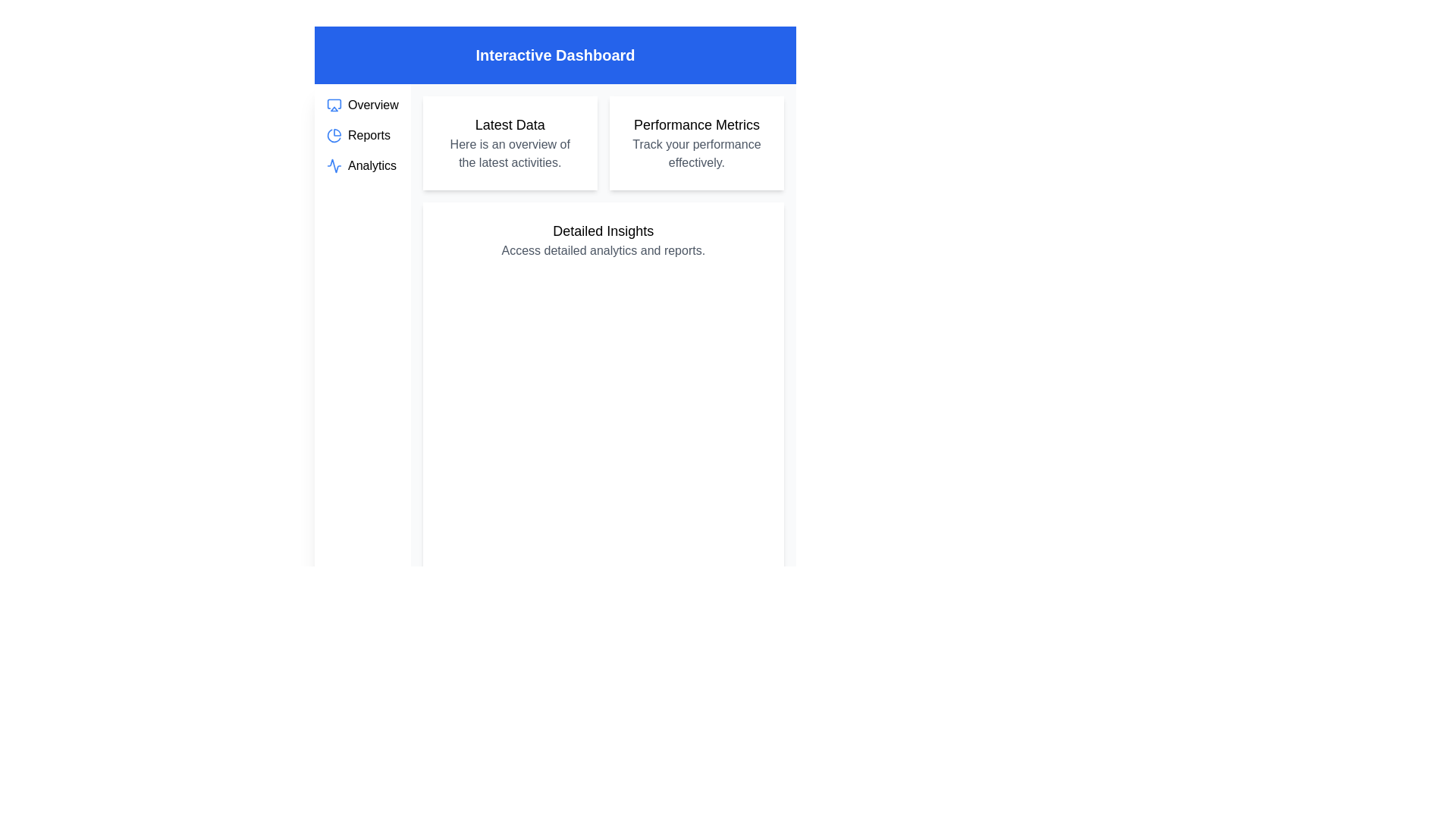  What do you see at coordinates (372, 166) in the screenshot?
I see `the 'Analytics' text label in the left sidebar menu` at bounding box center [372, 166].